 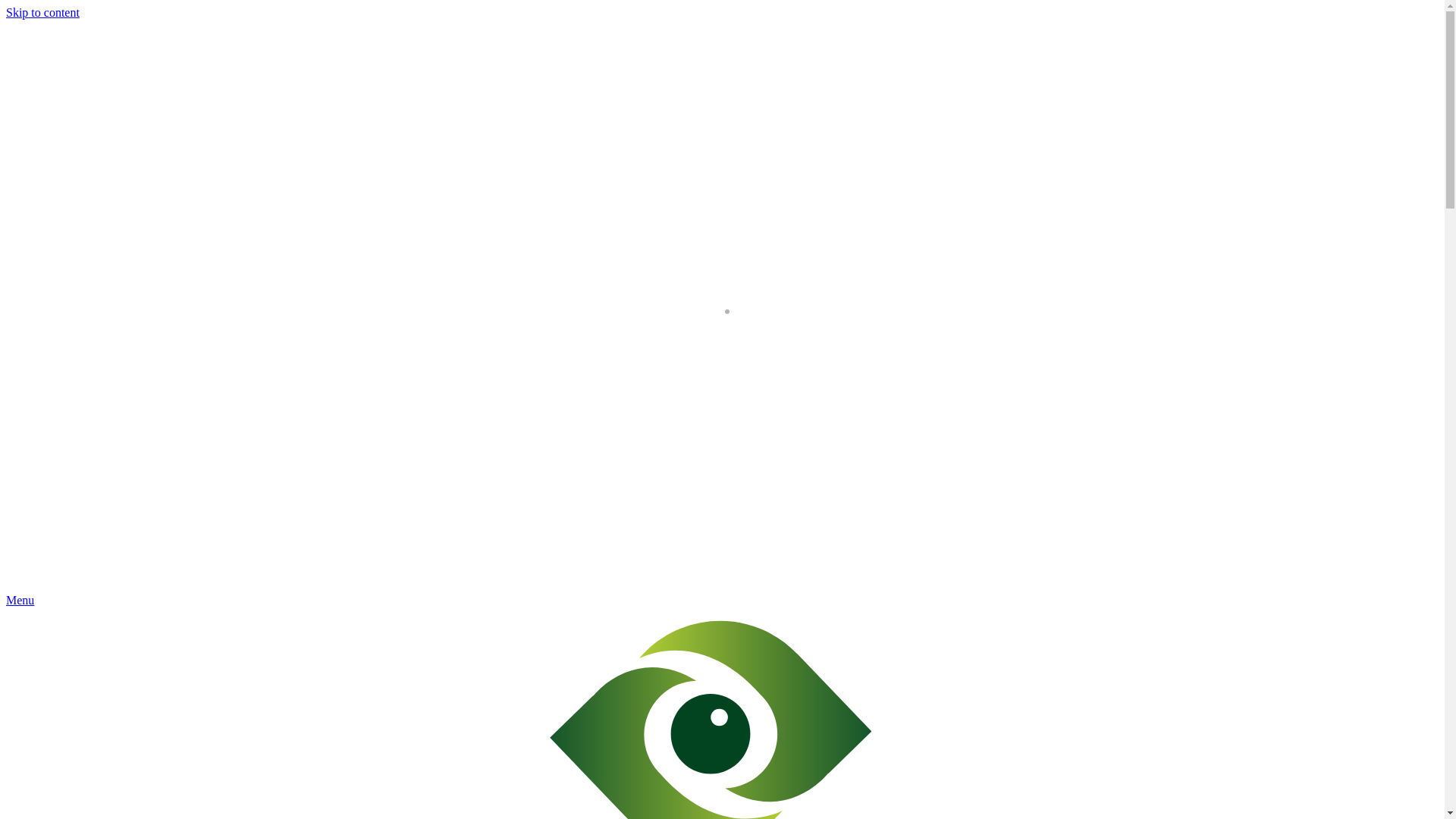 I want to click on 'Skip to content', so click(x=42, y=12).